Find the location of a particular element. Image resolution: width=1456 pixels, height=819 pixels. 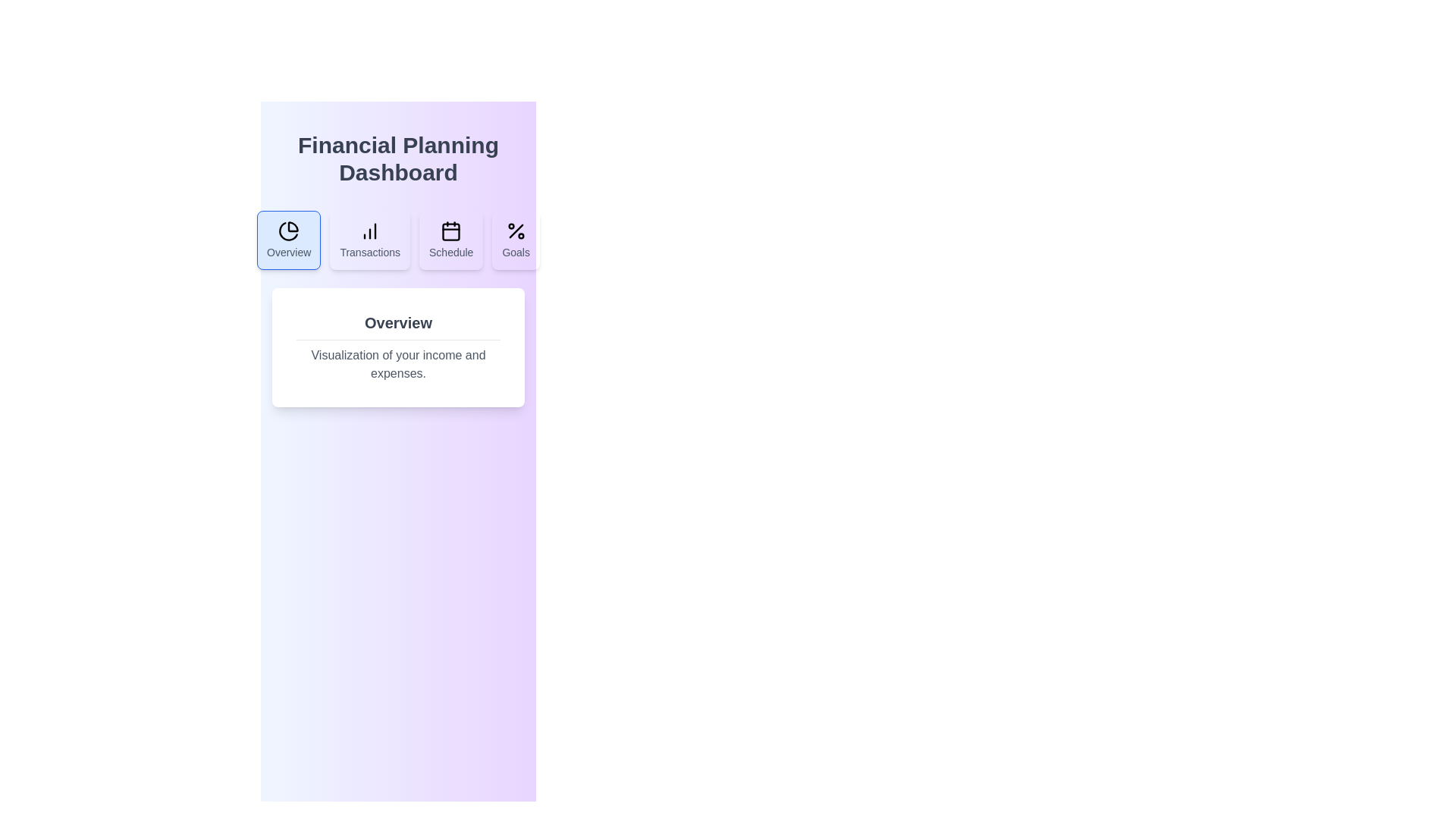

the 'Transactions' navigation button located between the 'Overview' and 'Schedule' buttons is located at coordinates (370, 239).